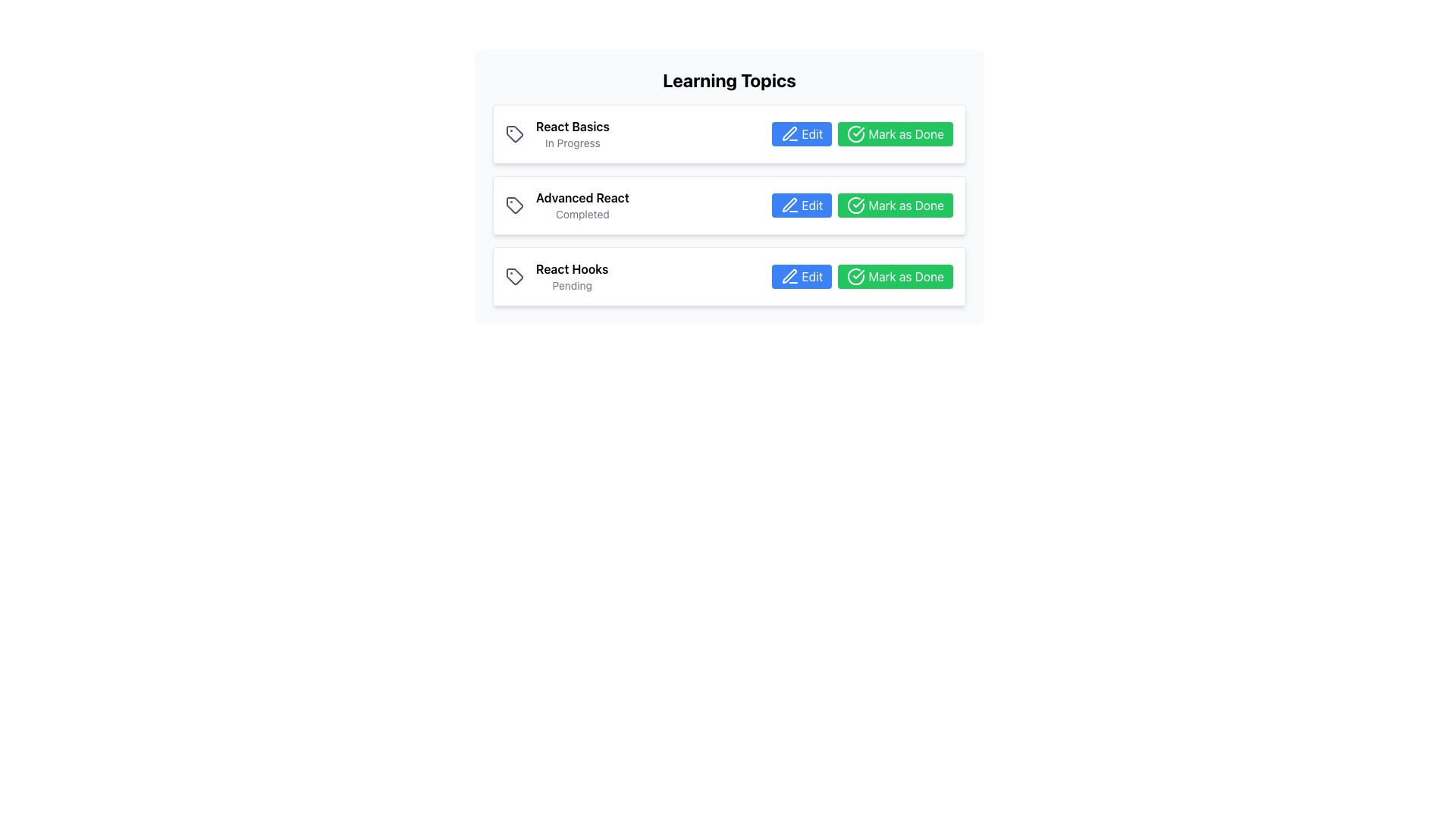 The height and width of the screenshot is (819, 1456). I want to click on the 'In Progress' text label, which is a smaller gray text positioned beneath the 'React Basics' label in the learning topics section, so click(572, 143).